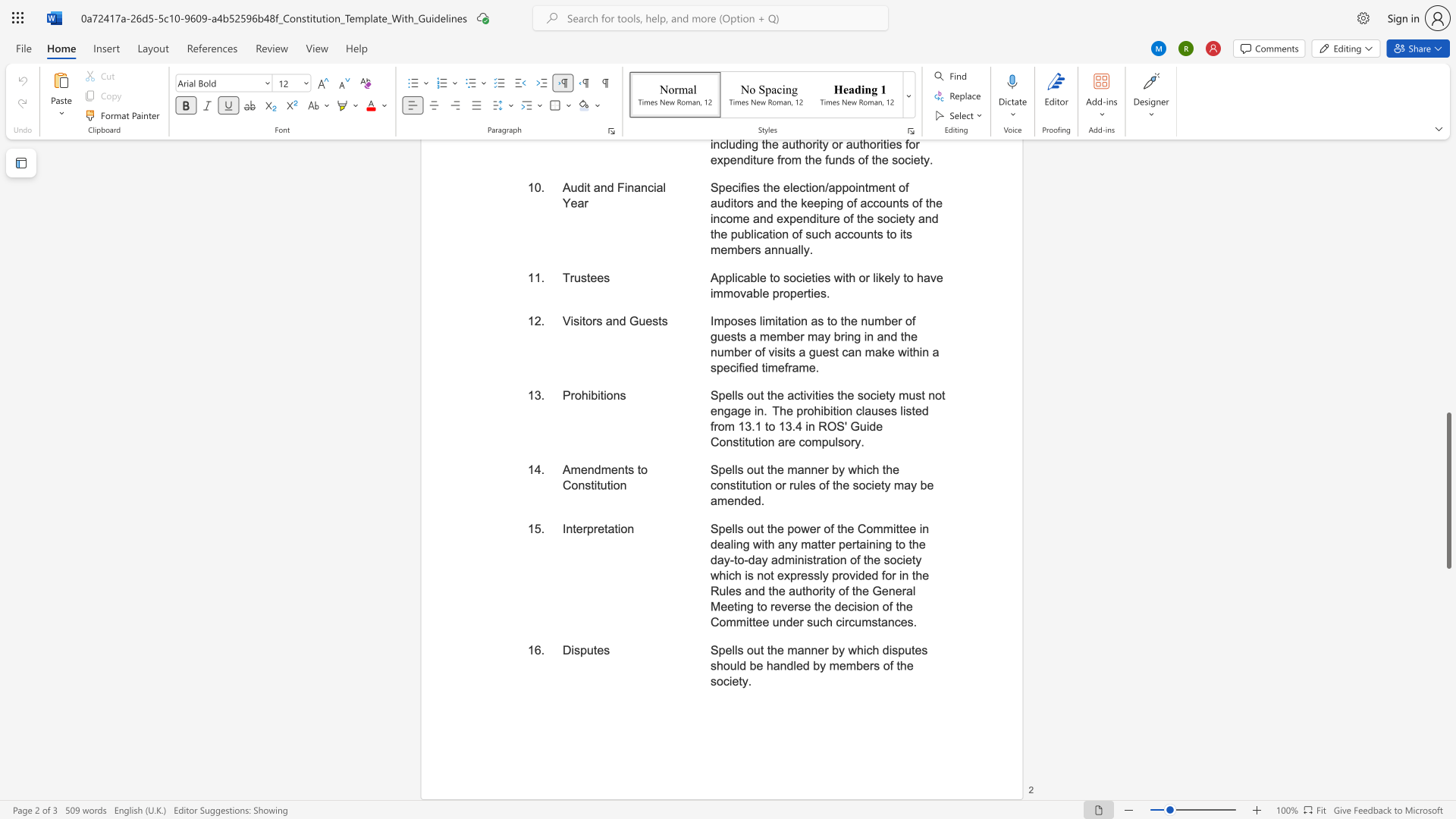 The height and width of the screenshot is (819, 1456). I want to click on the subset text "out the manner by wh" within the text "Spells out the manner by which the constitution or rules of the society may be amended.", so click(746, 469).